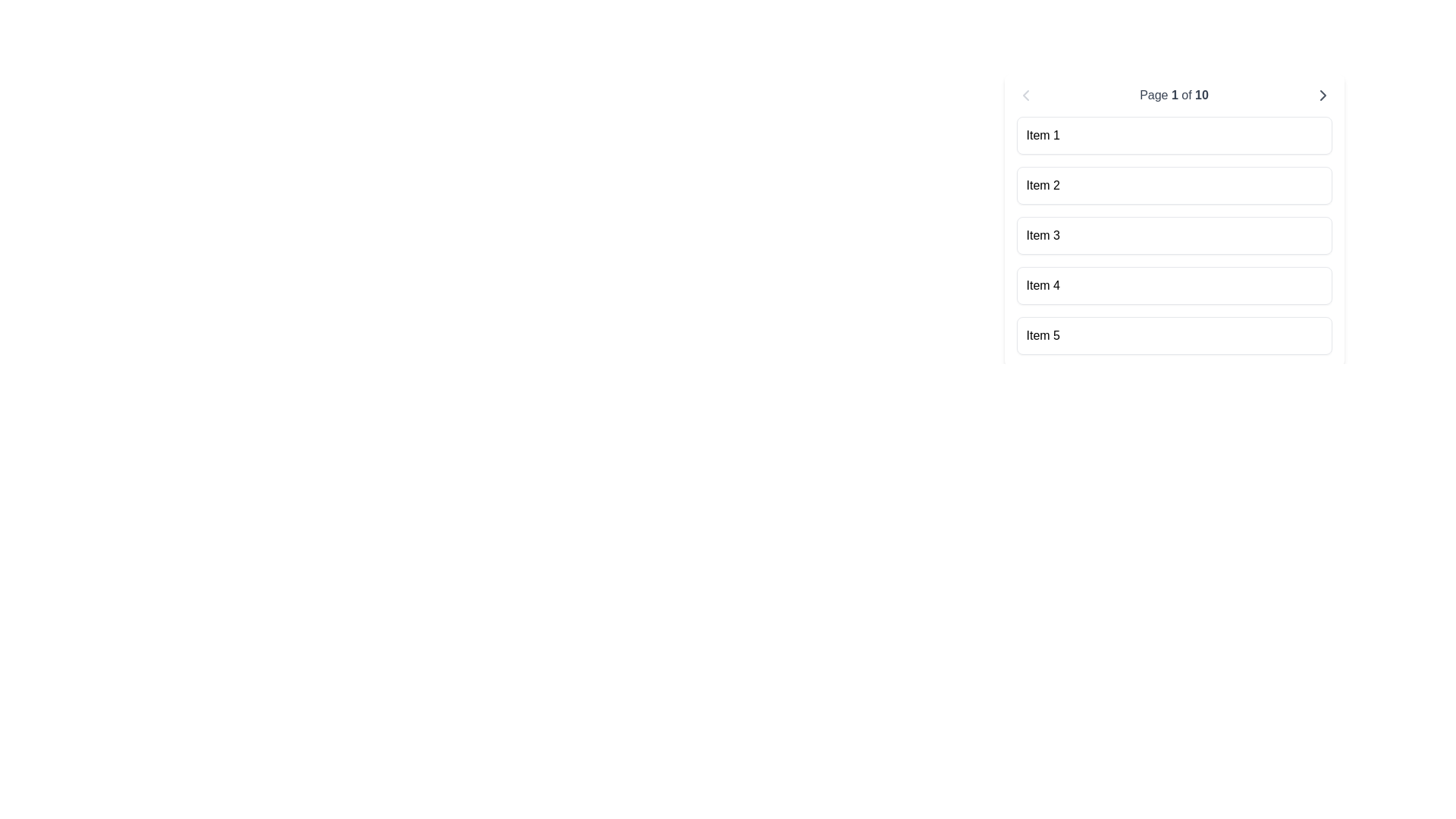 The image size is (1456, 819). I want to click on the navigation button located in the top-right corner of the interface, adjacent to the 'Page 1 of 10' header, so click(1322, 96).